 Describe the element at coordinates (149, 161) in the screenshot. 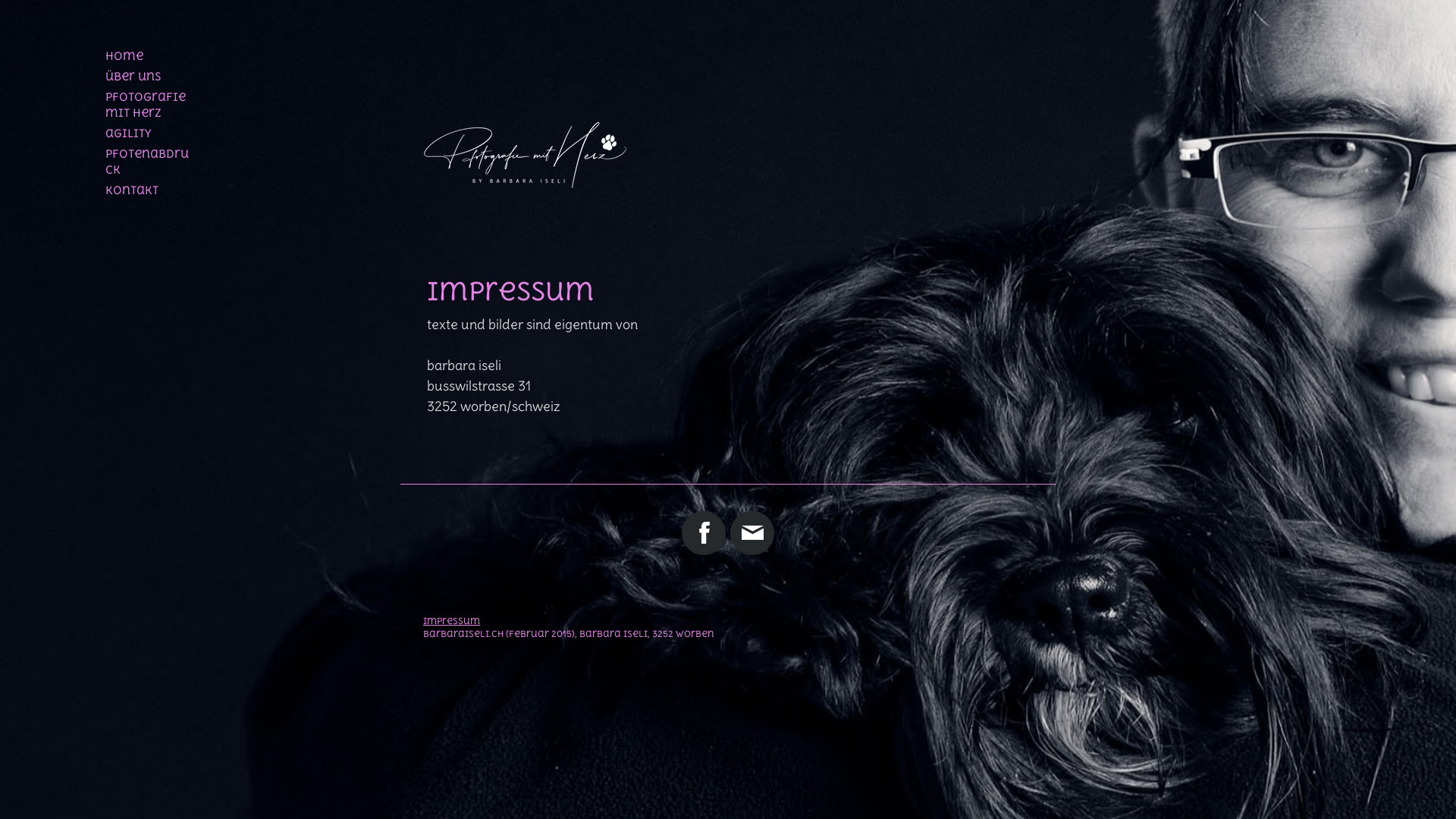

I see `'pfotenabdruck'` at that location.